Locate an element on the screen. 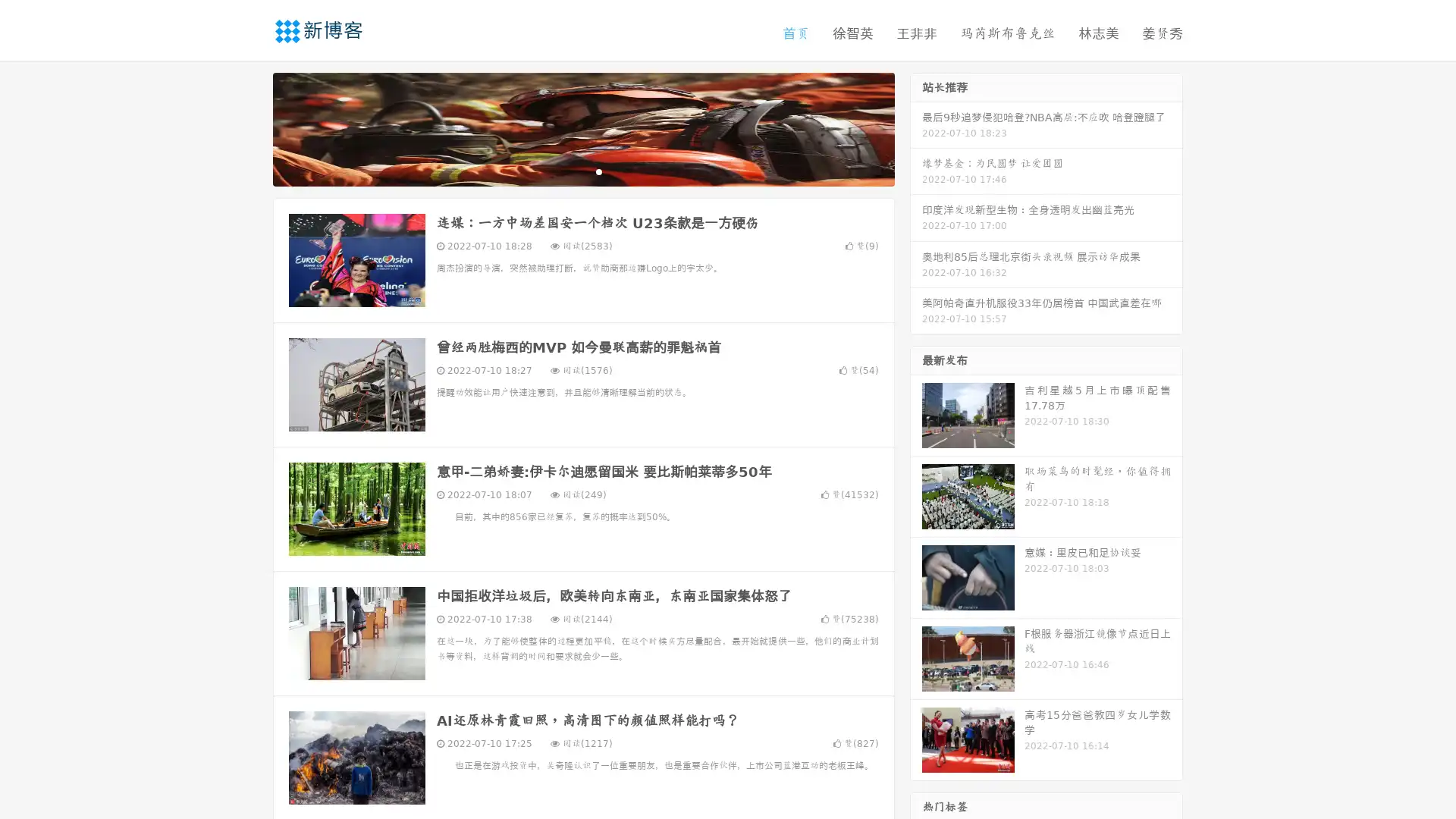 This screenshot has height=819, width=1456. Previous slide is located at coordinates (250, 127).